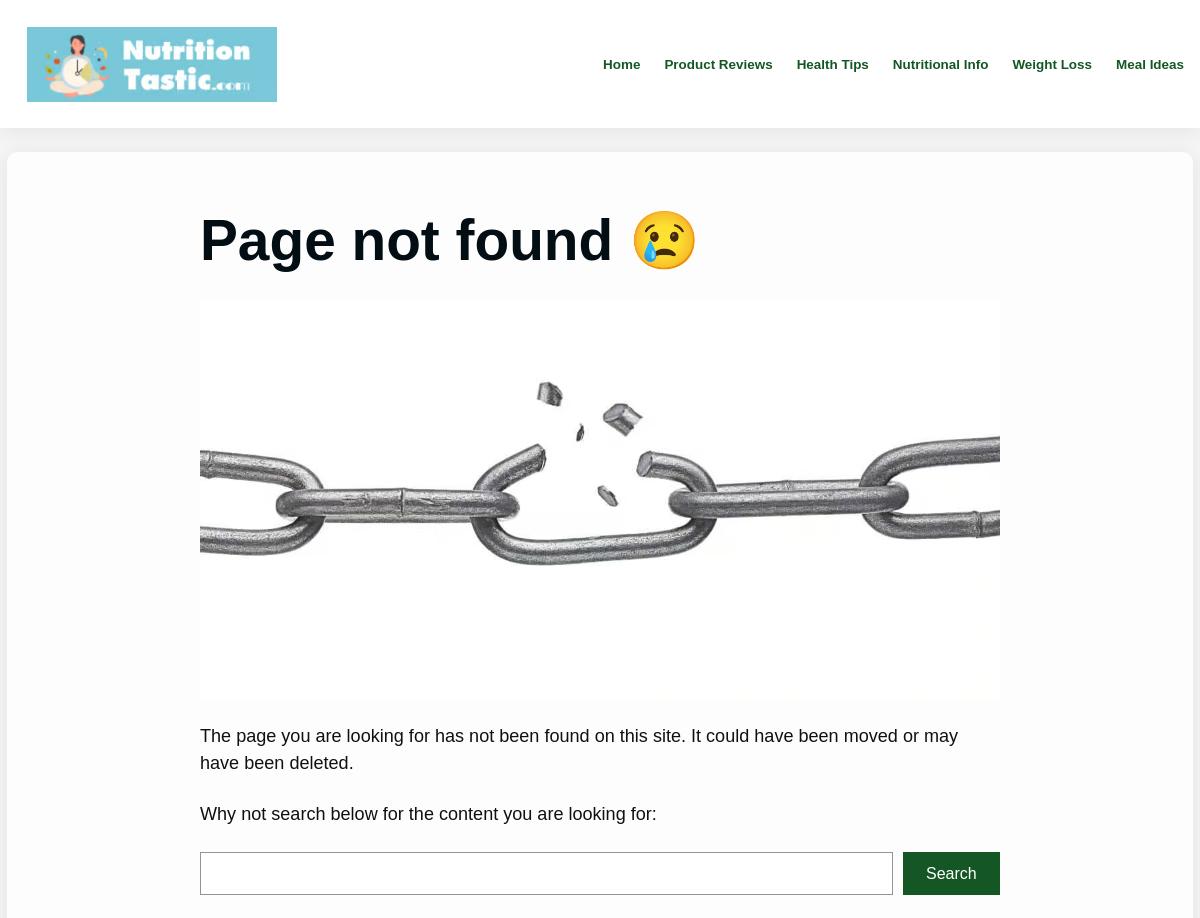 The width and height of the screenshot is (1200, 918). What do you see at coordinates (939, 63) in the screenshot?
I see `'Nutritional Info'` at bounding box center [939, 63].